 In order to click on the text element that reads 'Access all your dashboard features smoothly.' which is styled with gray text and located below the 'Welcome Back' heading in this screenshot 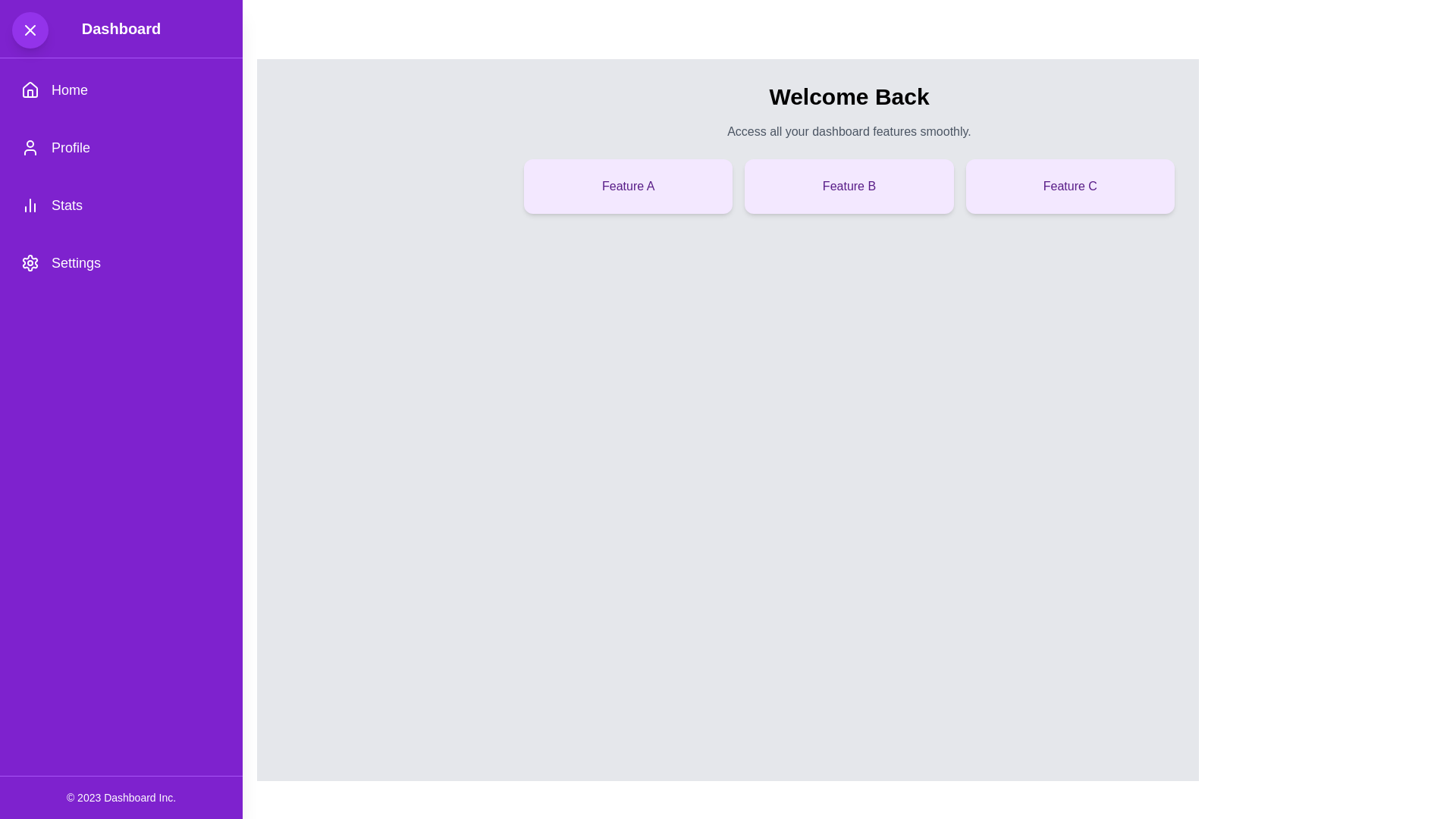, I will do `click(848, 130)`.